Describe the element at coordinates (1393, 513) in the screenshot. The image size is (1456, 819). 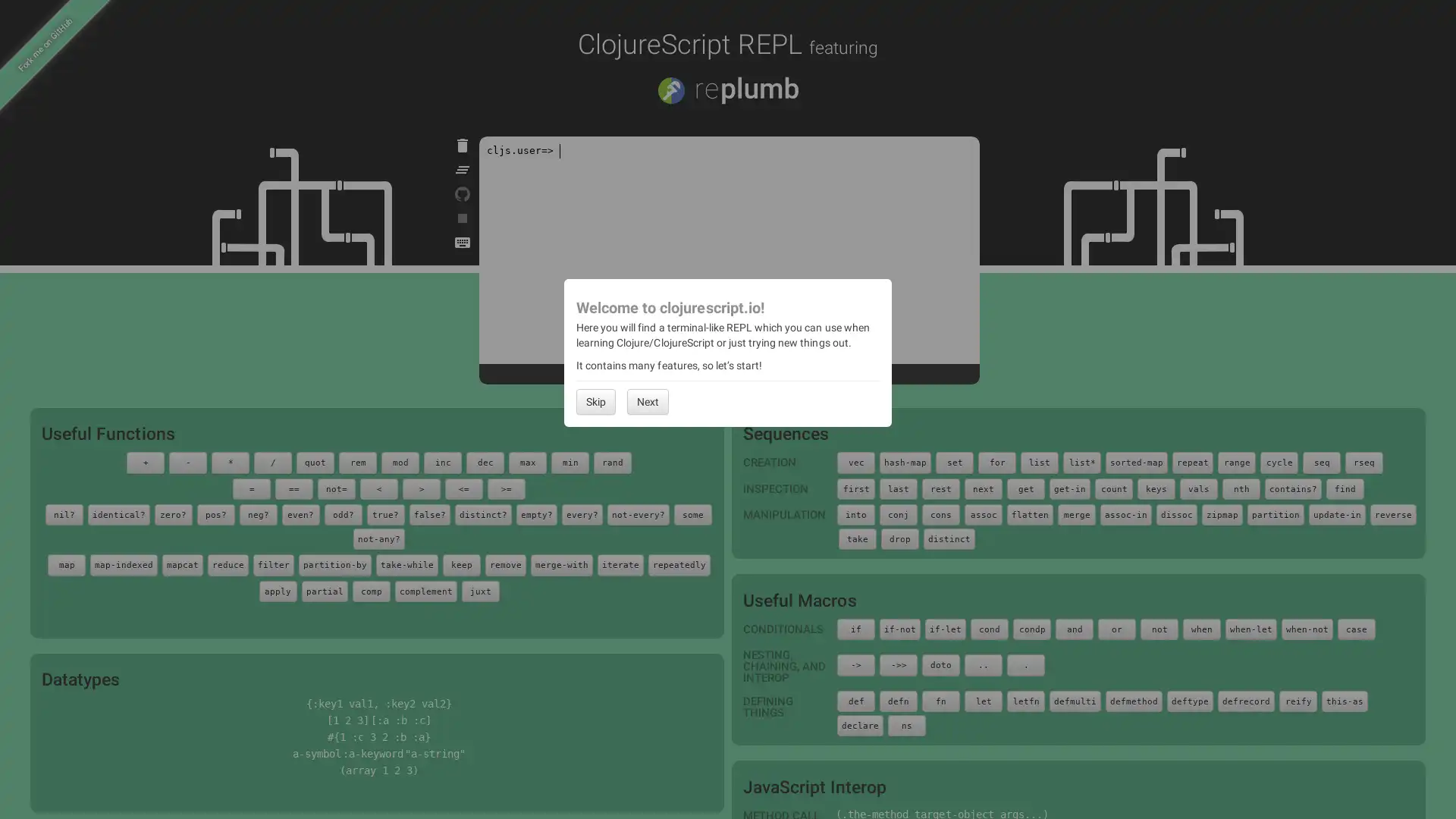
I see `reverse` at that location.